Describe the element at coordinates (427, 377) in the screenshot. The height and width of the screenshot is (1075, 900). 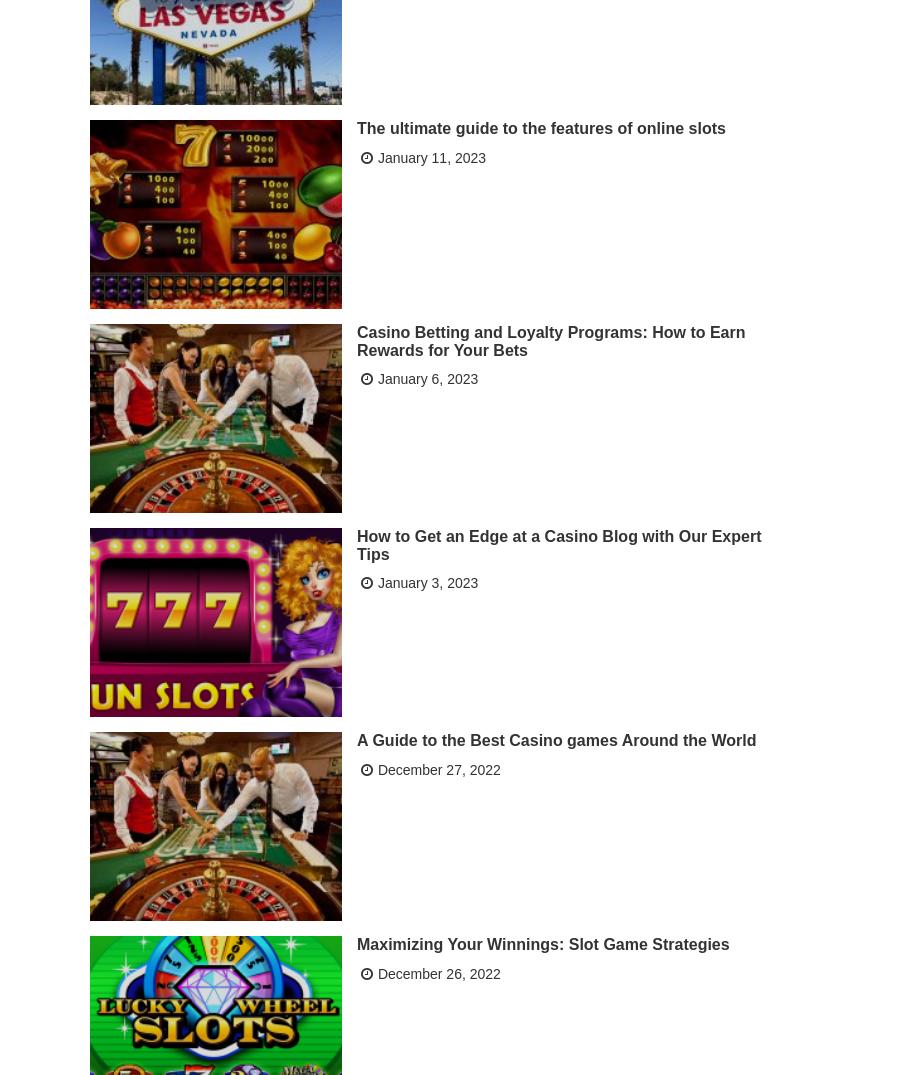
I see `'January 6, 2023'` at that location.